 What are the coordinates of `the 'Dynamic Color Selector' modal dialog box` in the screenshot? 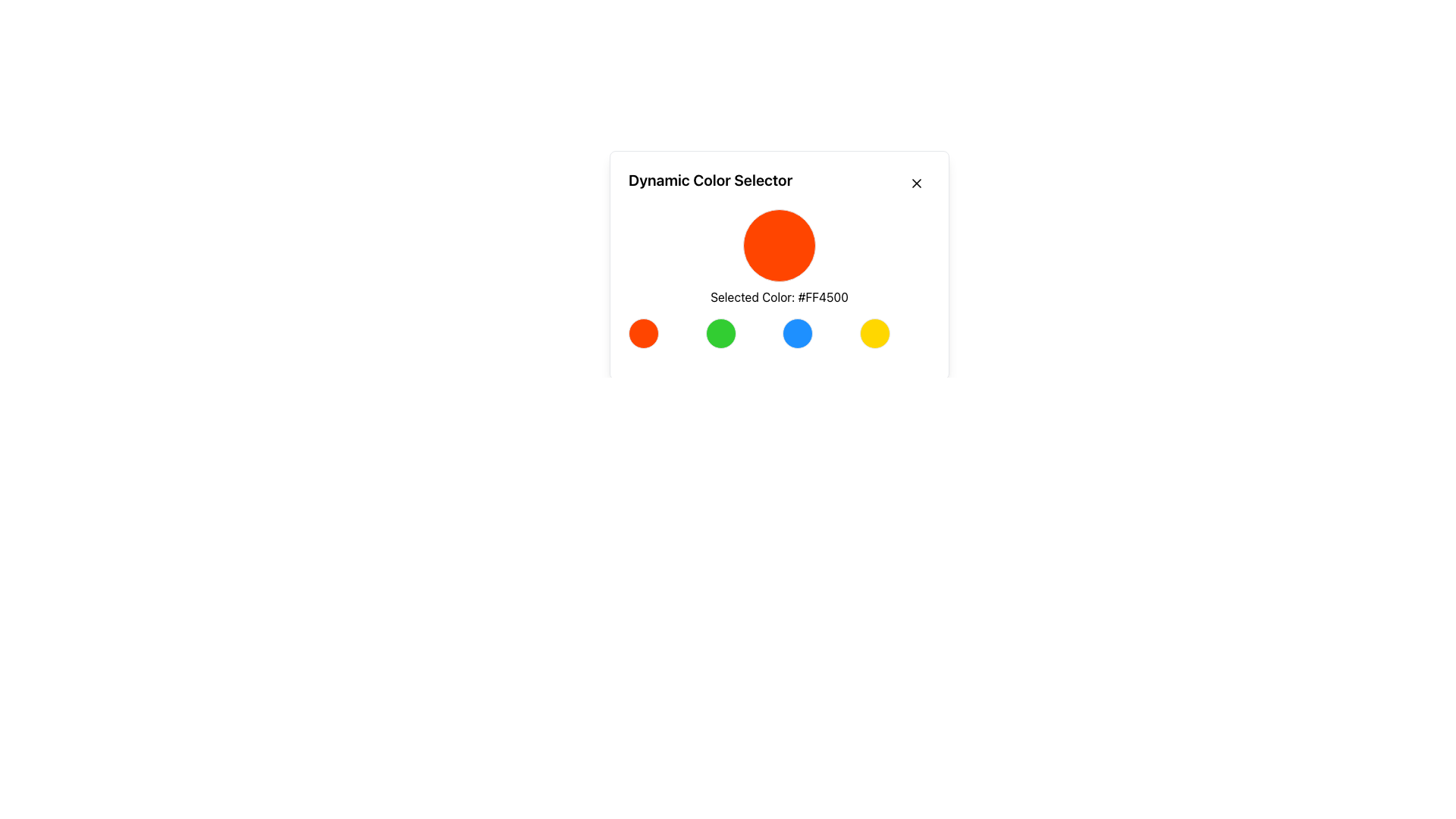 It's located at (779, 253).